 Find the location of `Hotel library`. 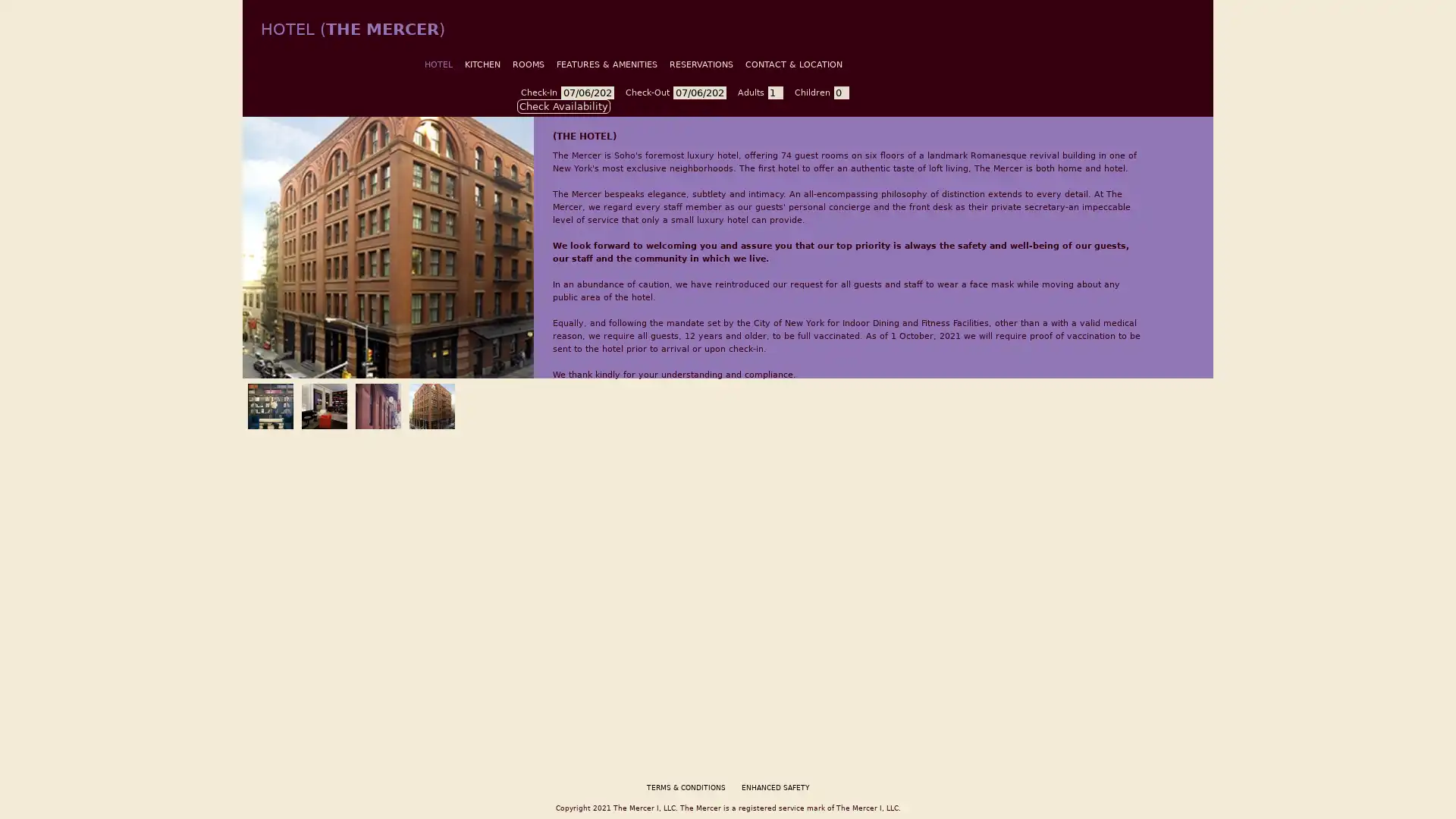

Hotel library is located at coordinates (268, 403).